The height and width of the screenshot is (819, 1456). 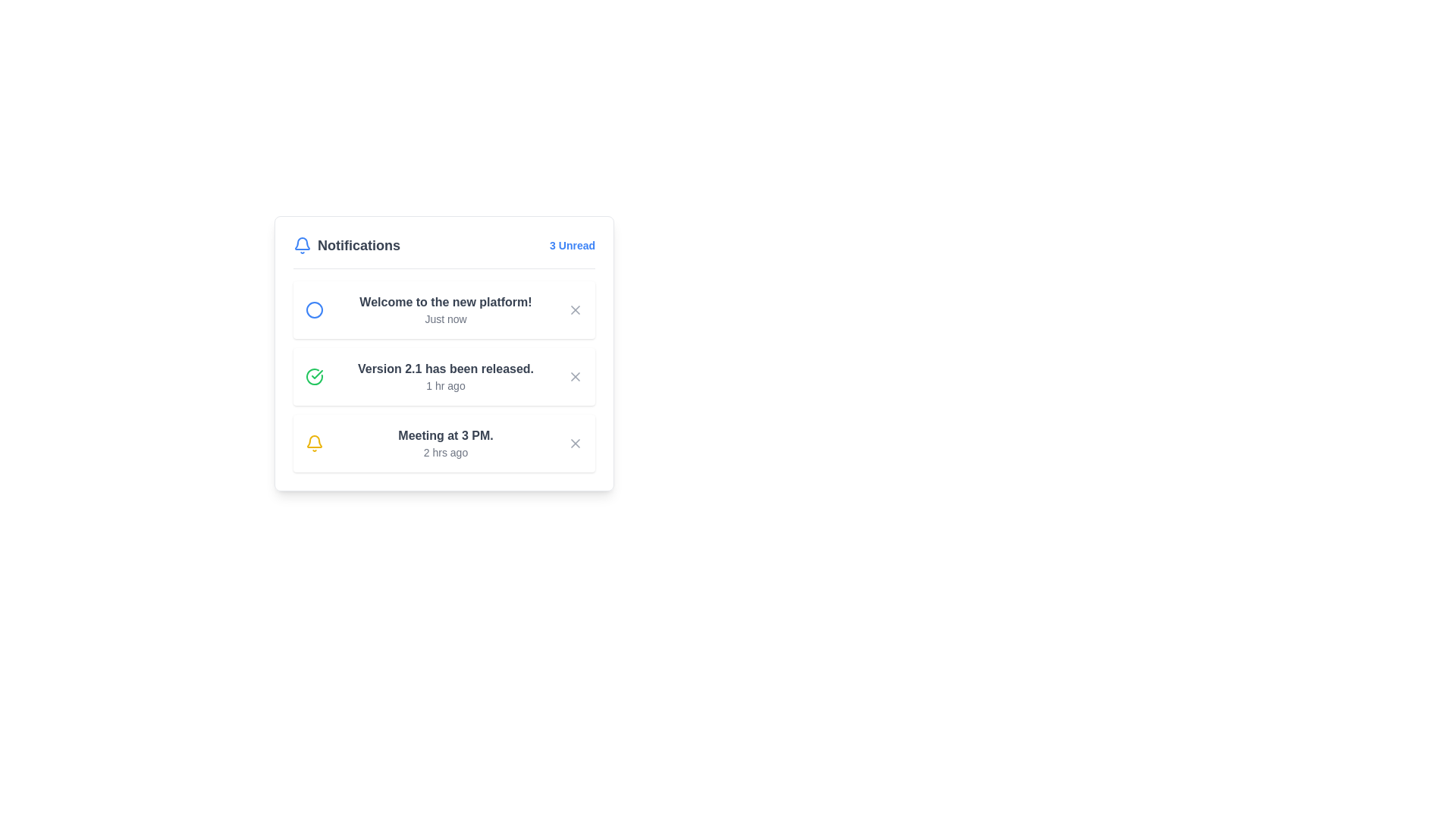 What do you see at coordinates (445, 369) in the screenshot?
I see `text content of the notification titled 'Version 2.1 has been released.' which is styled with a bold font and gray color, located in the vertical notification list` at bounding box center [445, 369].